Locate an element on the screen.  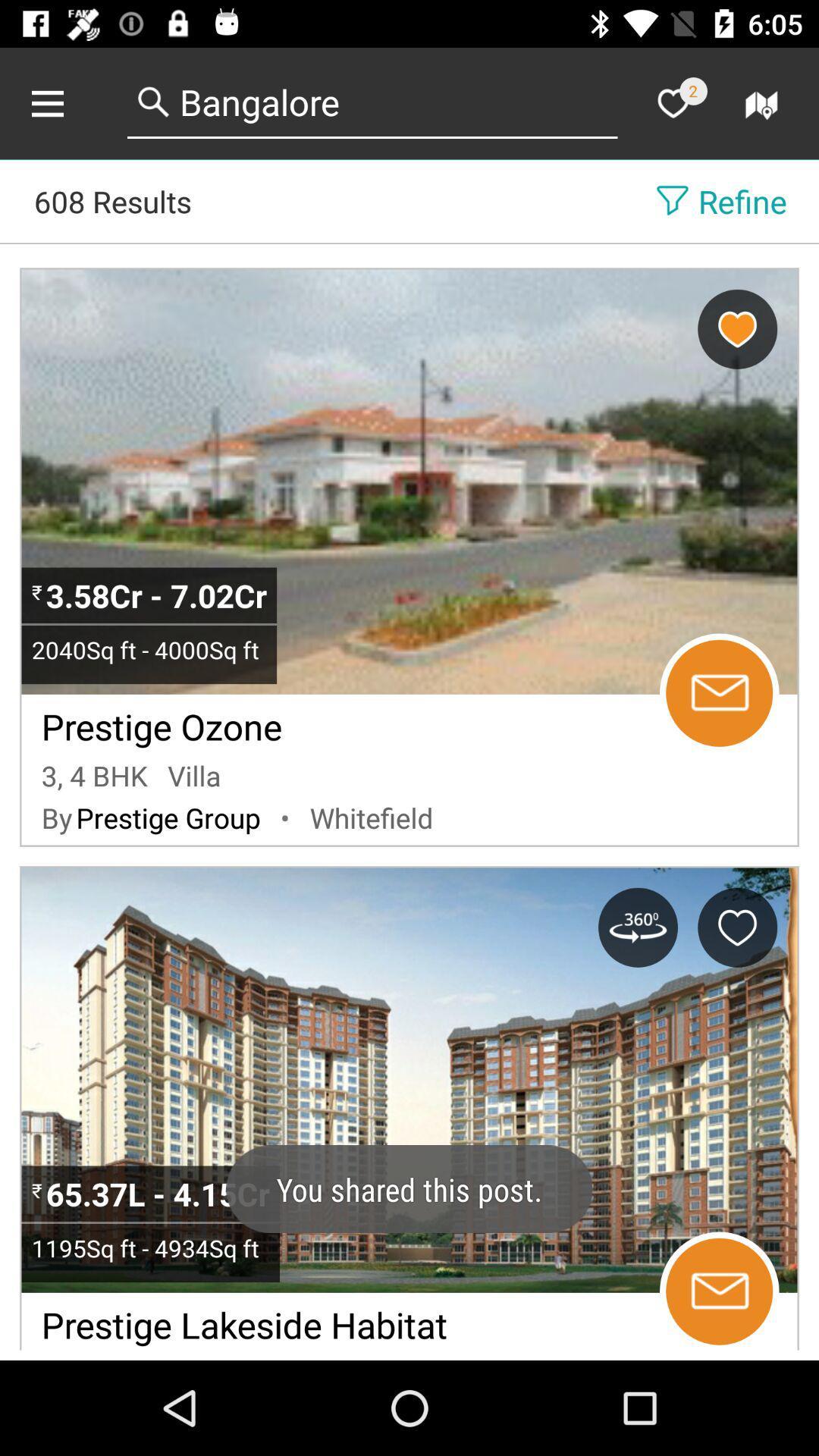
this option is located at coordinates (736, 927).